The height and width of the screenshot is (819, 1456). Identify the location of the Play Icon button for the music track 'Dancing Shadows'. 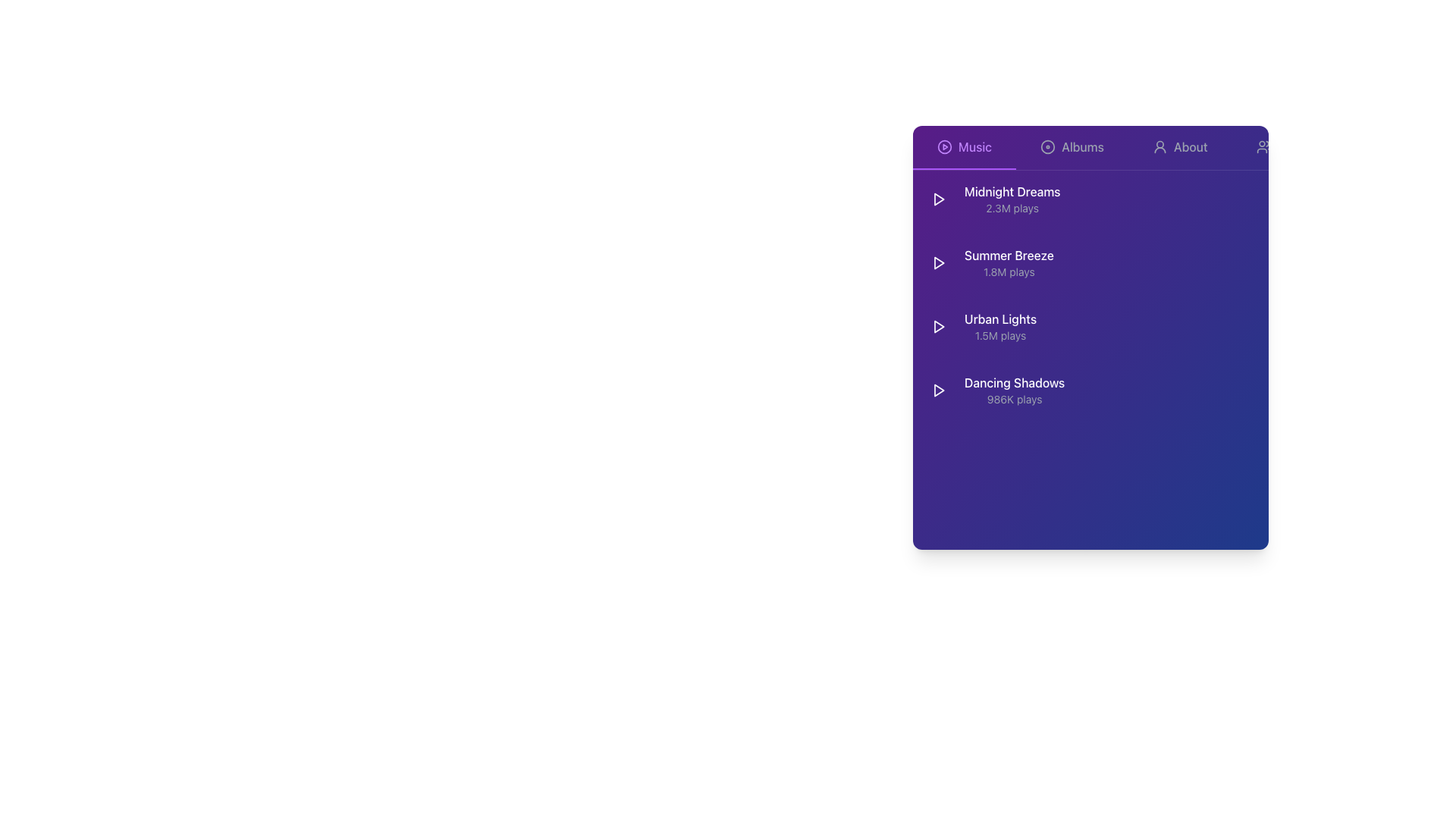
(938, 390).